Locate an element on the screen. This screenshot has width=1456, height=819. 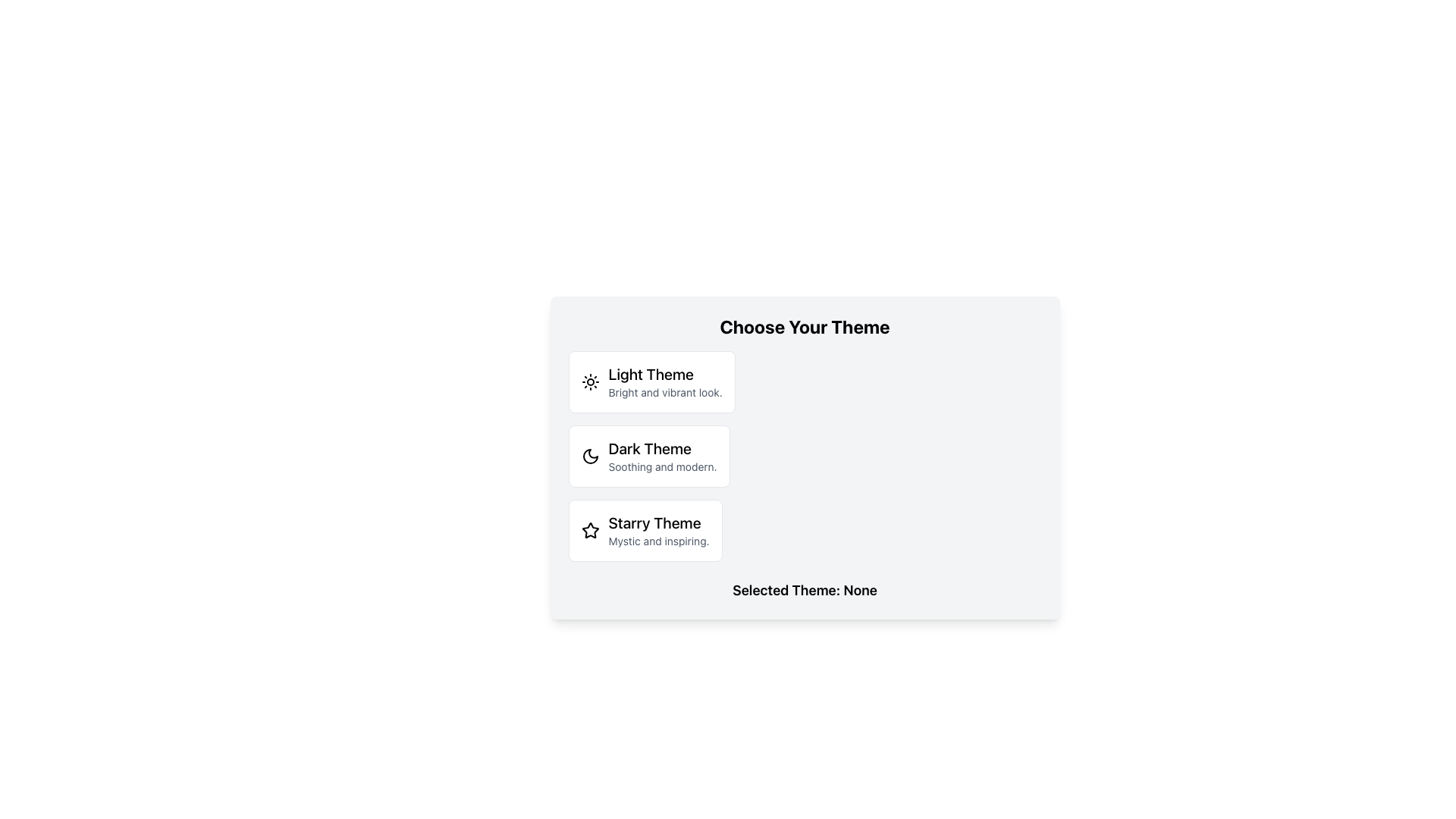
the 'Starry Theme' button, which is a rectangular button with a white background and an outlined star icon is located at coordinates (645, 529).